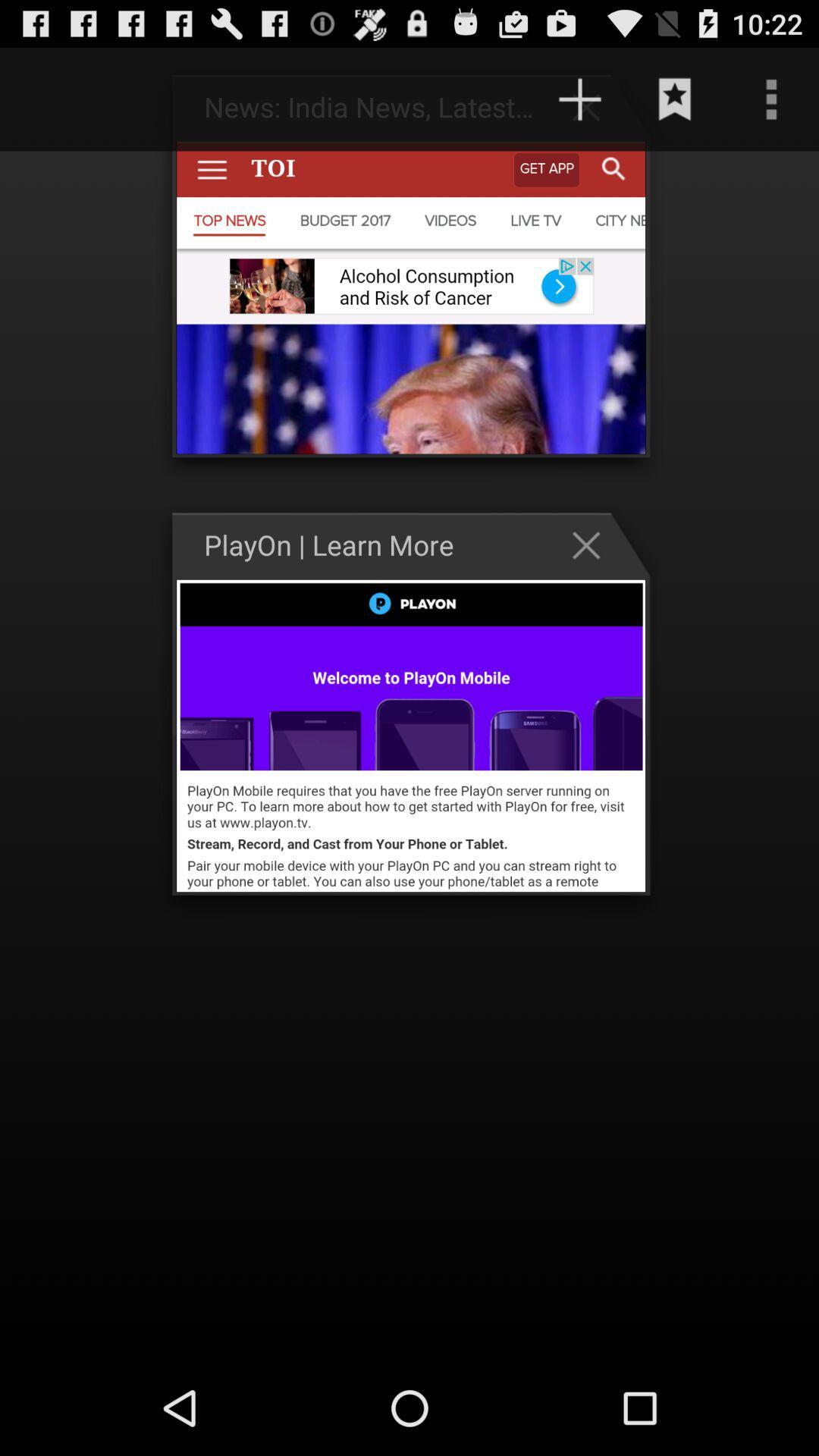 This screenshot has width=819, height=1456. What do you see at coordinates (453, 99) in the screenshot?
I see `icon above the playon | learn more` at bounding box center [453, 99].